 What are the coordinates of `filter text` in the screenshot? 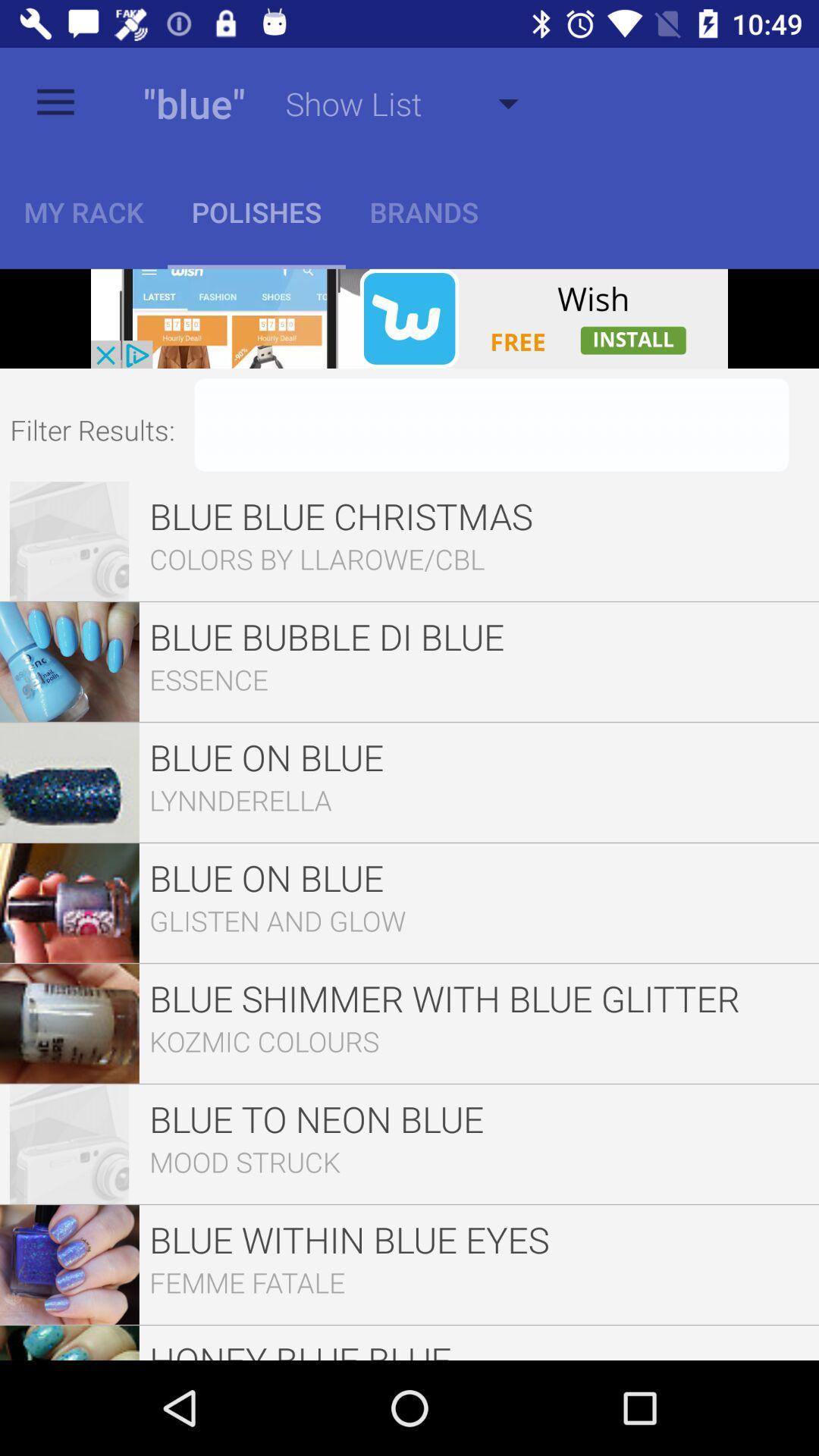 It's located at (491, 425).